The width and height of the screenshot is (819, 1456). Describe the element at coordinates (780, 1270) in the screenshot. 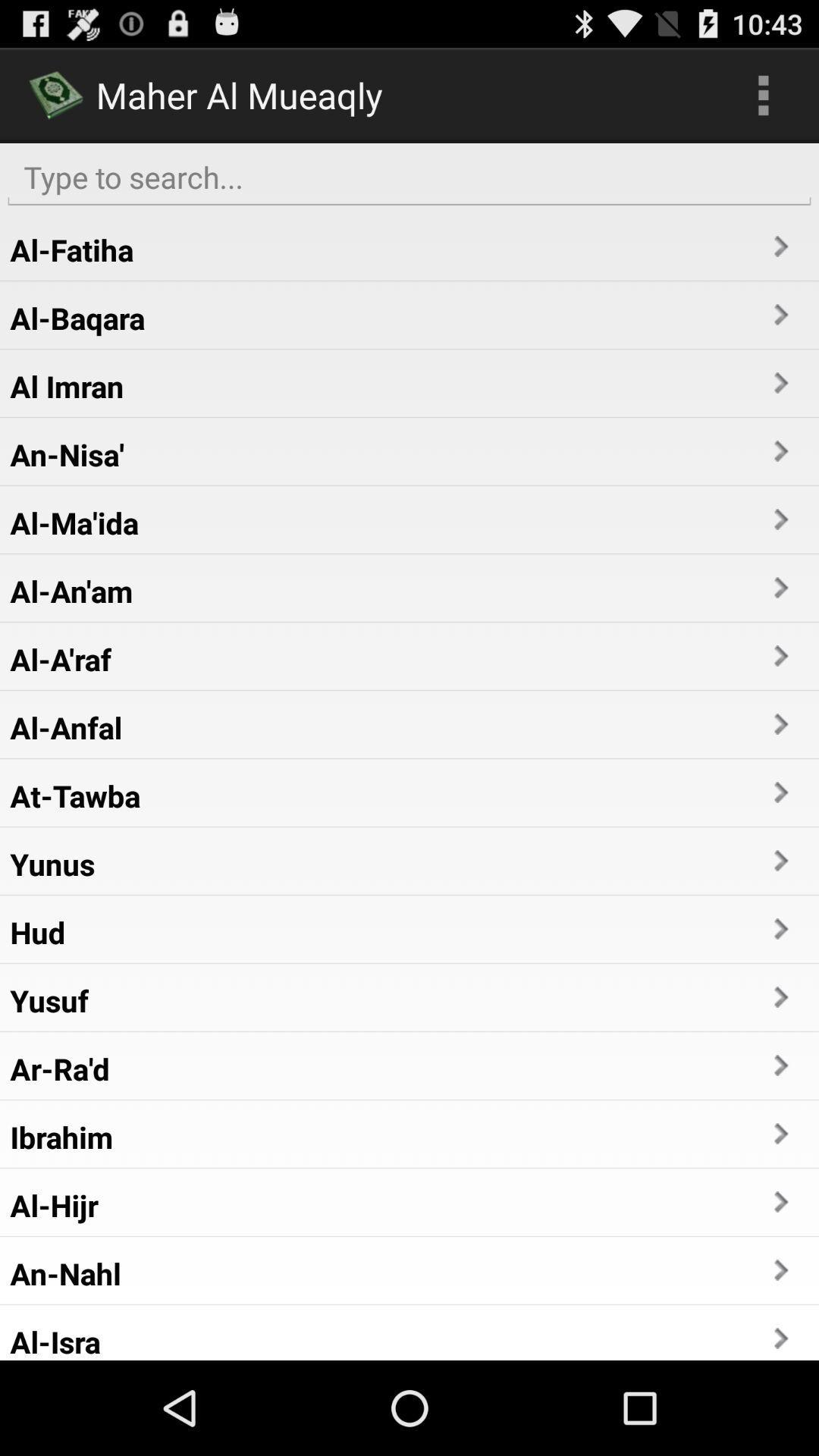

I see `the app to the right of an-nahl app` at that location.